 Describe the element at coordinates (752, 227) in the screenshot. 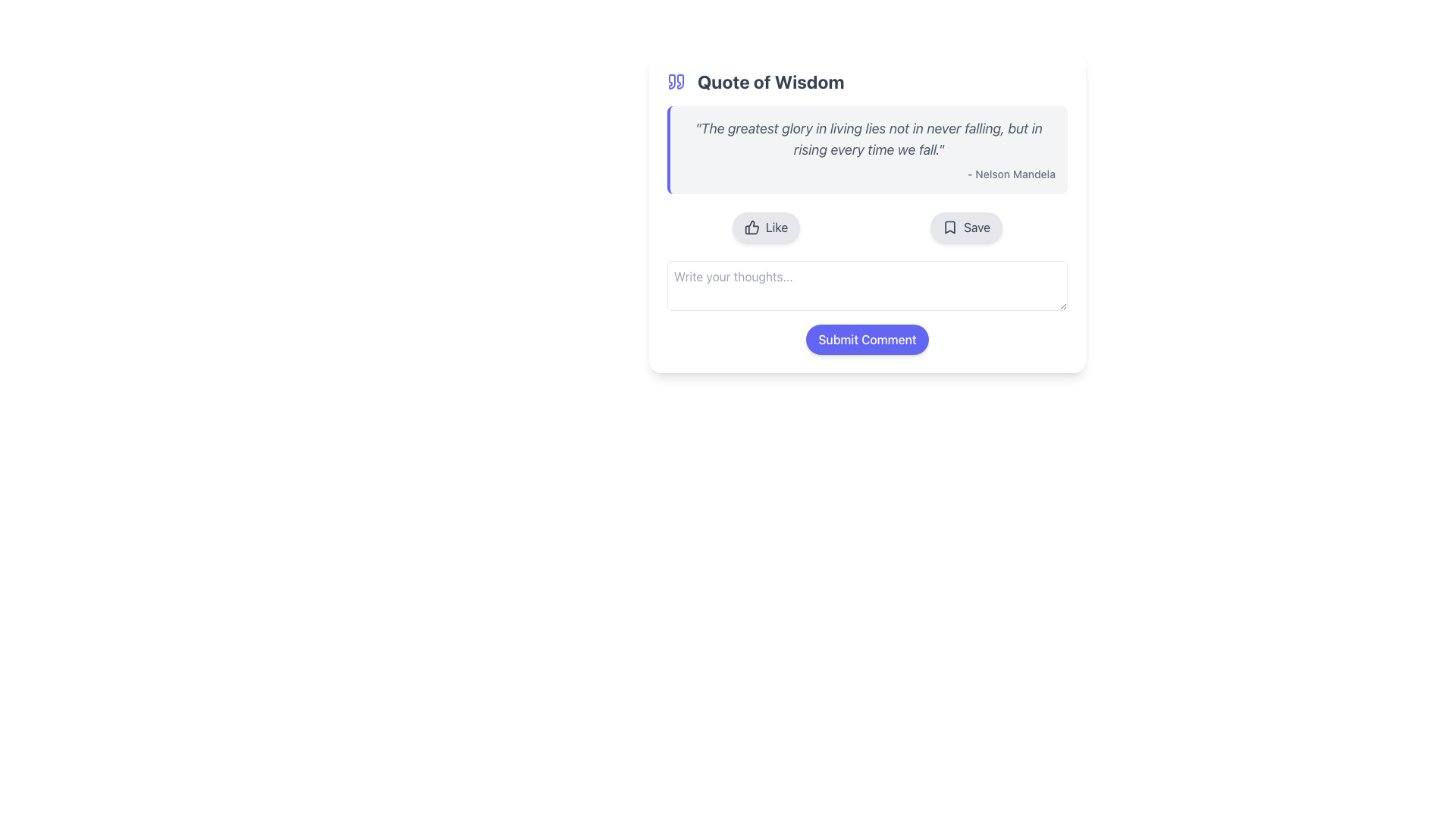

I see `'Like' icon located centrally within the 'Like' button in the comment section, positioned below the quotation text and to the left of the 'Save' button` at that location.